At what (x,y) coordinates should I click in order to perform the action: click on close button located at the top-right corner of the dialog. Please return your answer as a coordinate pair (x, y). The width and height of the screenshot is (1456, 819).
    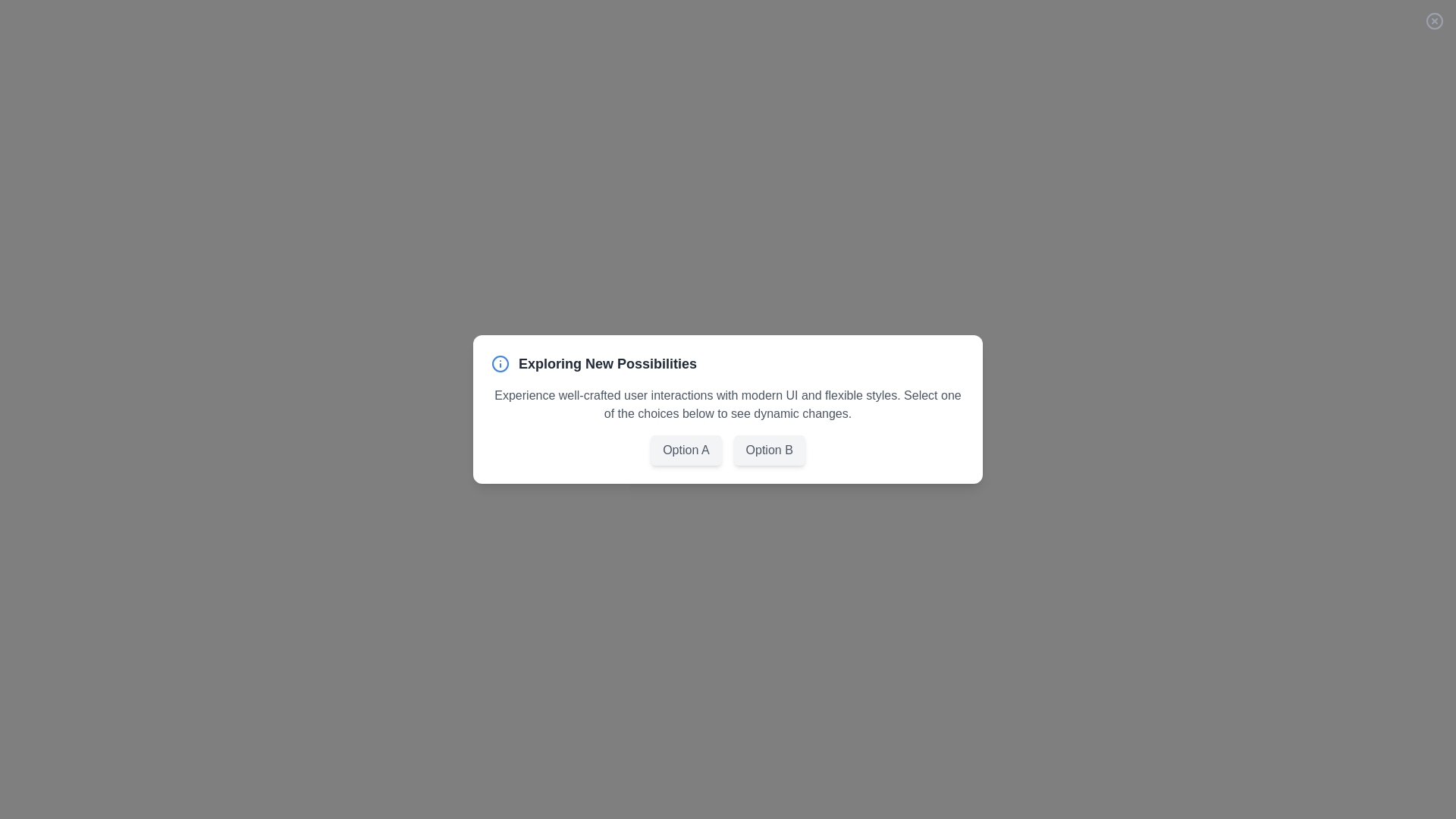
    Looking at the image, I should click on (1433, 20).